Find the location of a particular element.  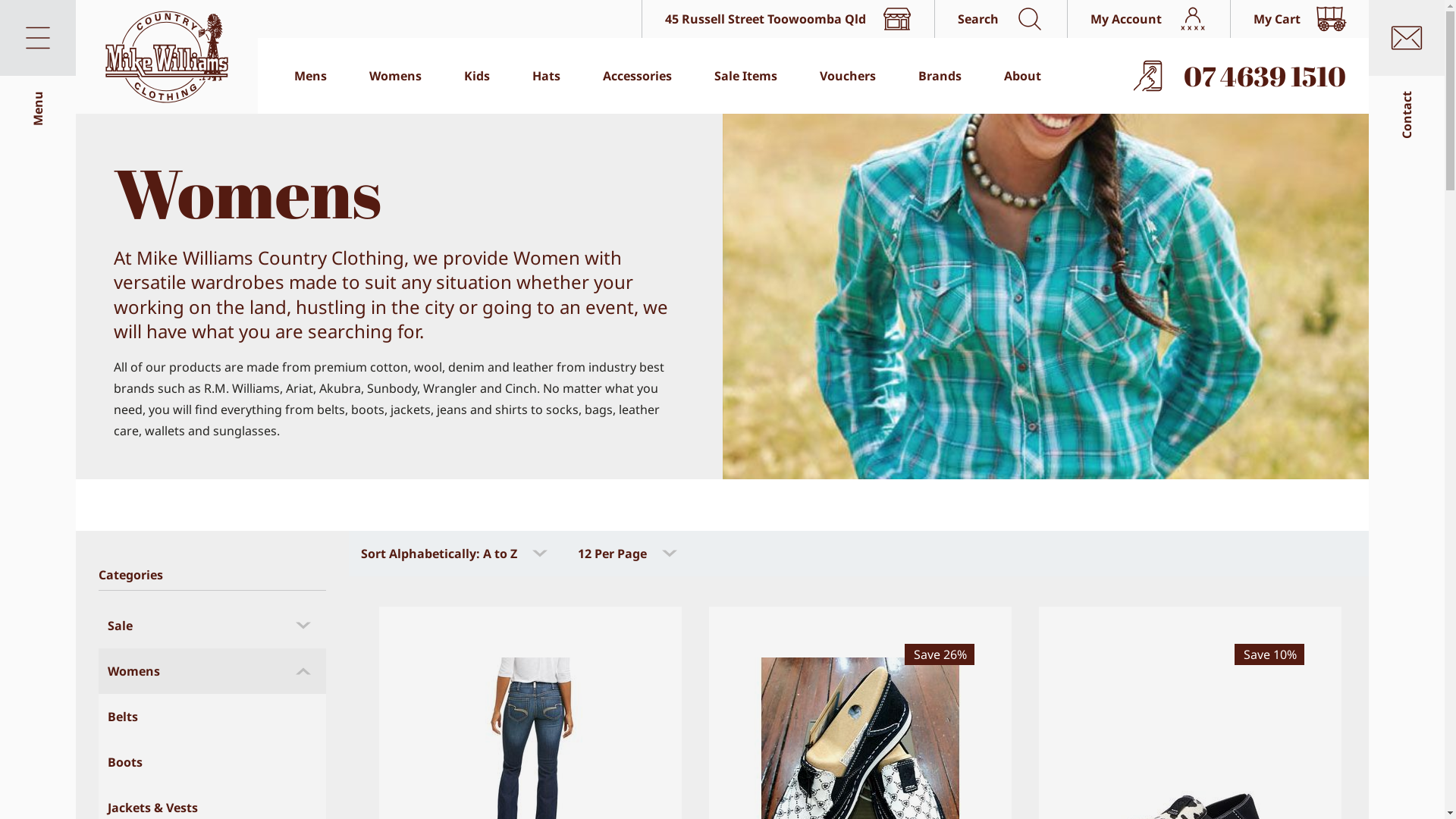

'My Cart' is located at coordinates (1298, 18).